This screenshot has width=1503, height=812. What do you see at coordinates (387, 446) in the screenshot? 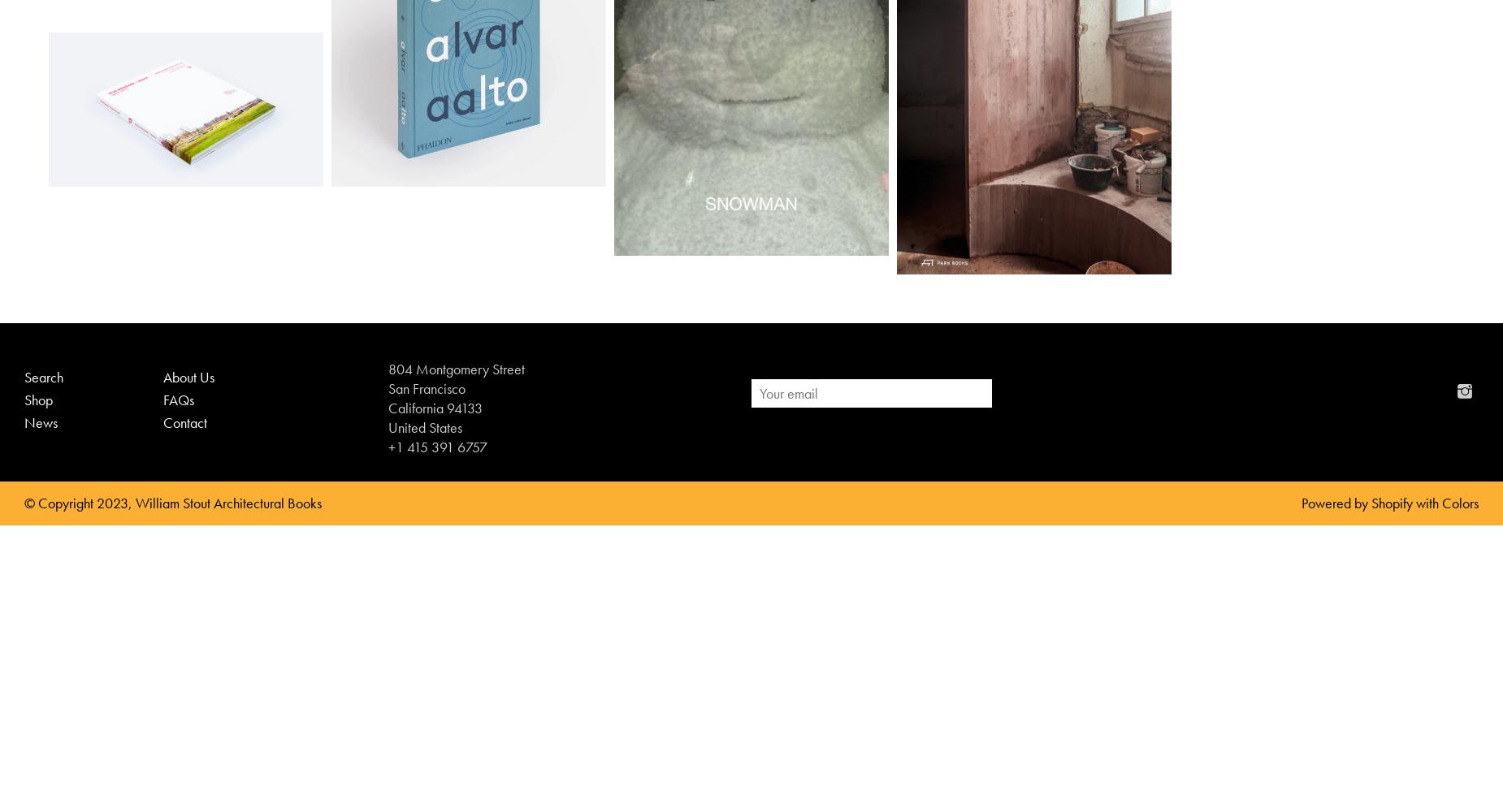
I see `'+1 415 391 6757'` at bounding box center [387, 446].